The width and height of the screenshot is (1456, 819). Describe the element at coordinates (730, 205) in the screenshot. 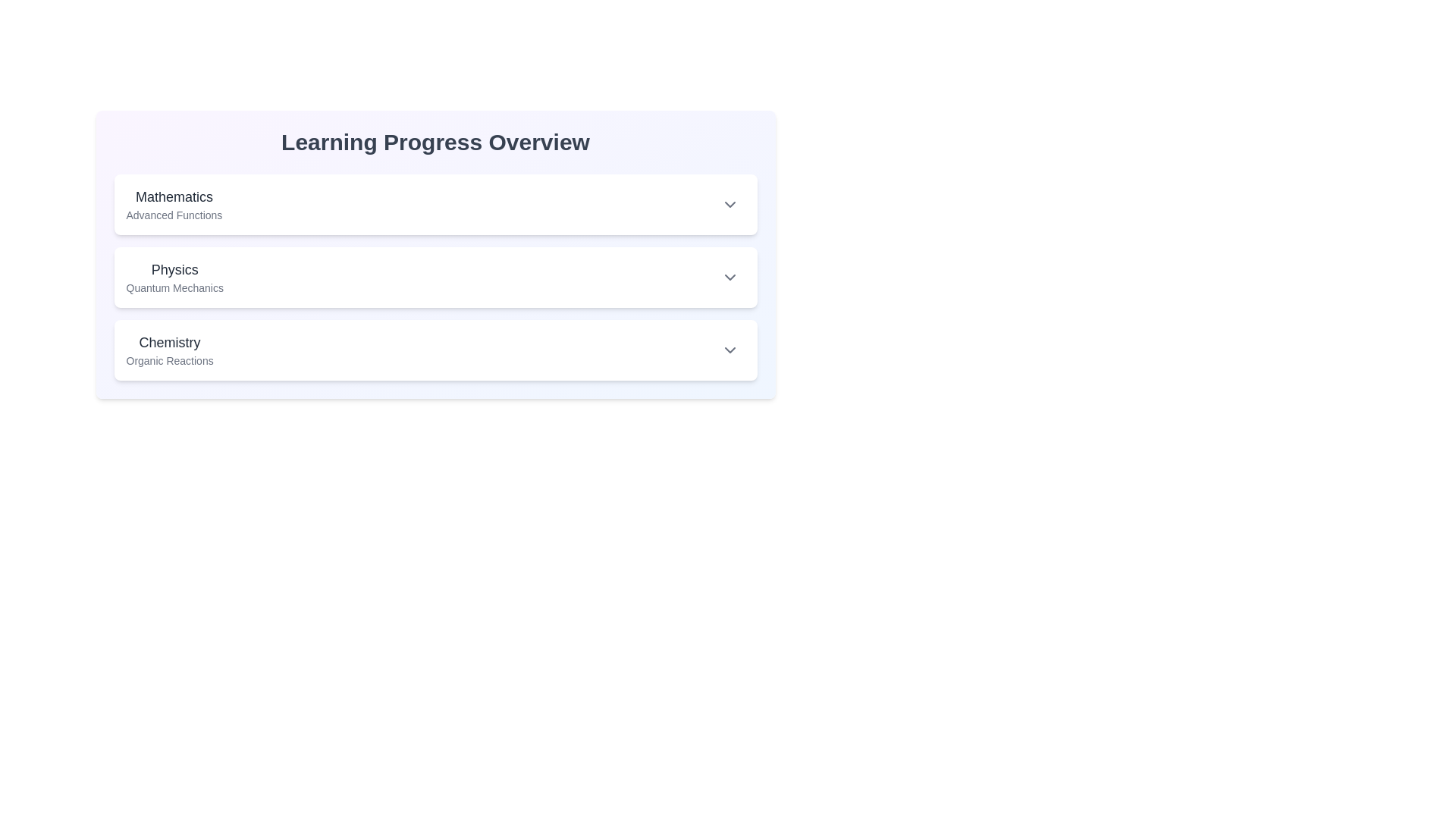

I see `the button with a downward chevron icon located in the top right corner of the 'Mathematics' section card` at that location.